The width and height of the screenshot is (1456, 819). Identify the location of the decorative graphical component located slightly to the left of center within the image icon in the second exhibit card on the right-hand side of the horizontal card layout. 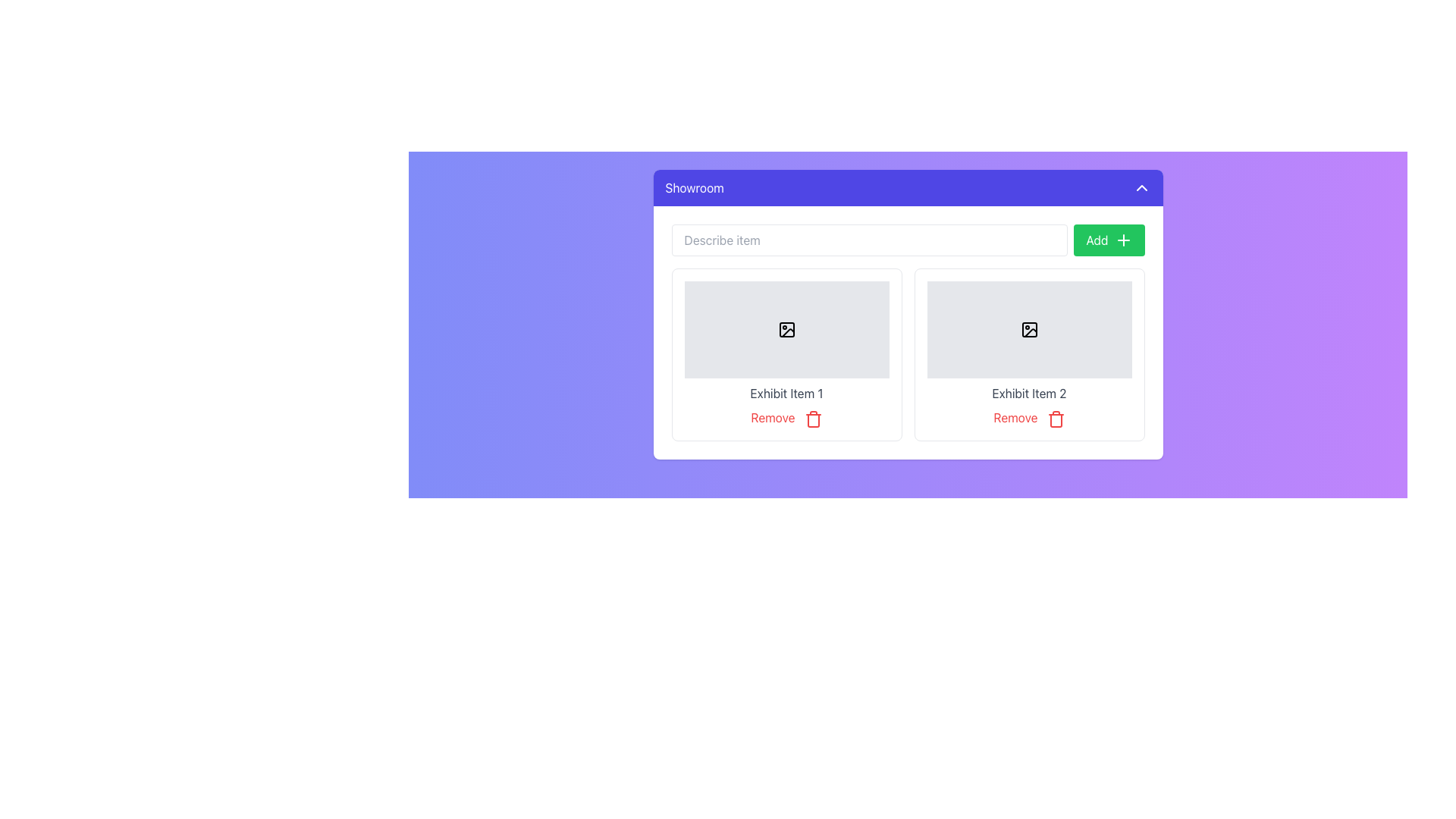
(1029, 329).